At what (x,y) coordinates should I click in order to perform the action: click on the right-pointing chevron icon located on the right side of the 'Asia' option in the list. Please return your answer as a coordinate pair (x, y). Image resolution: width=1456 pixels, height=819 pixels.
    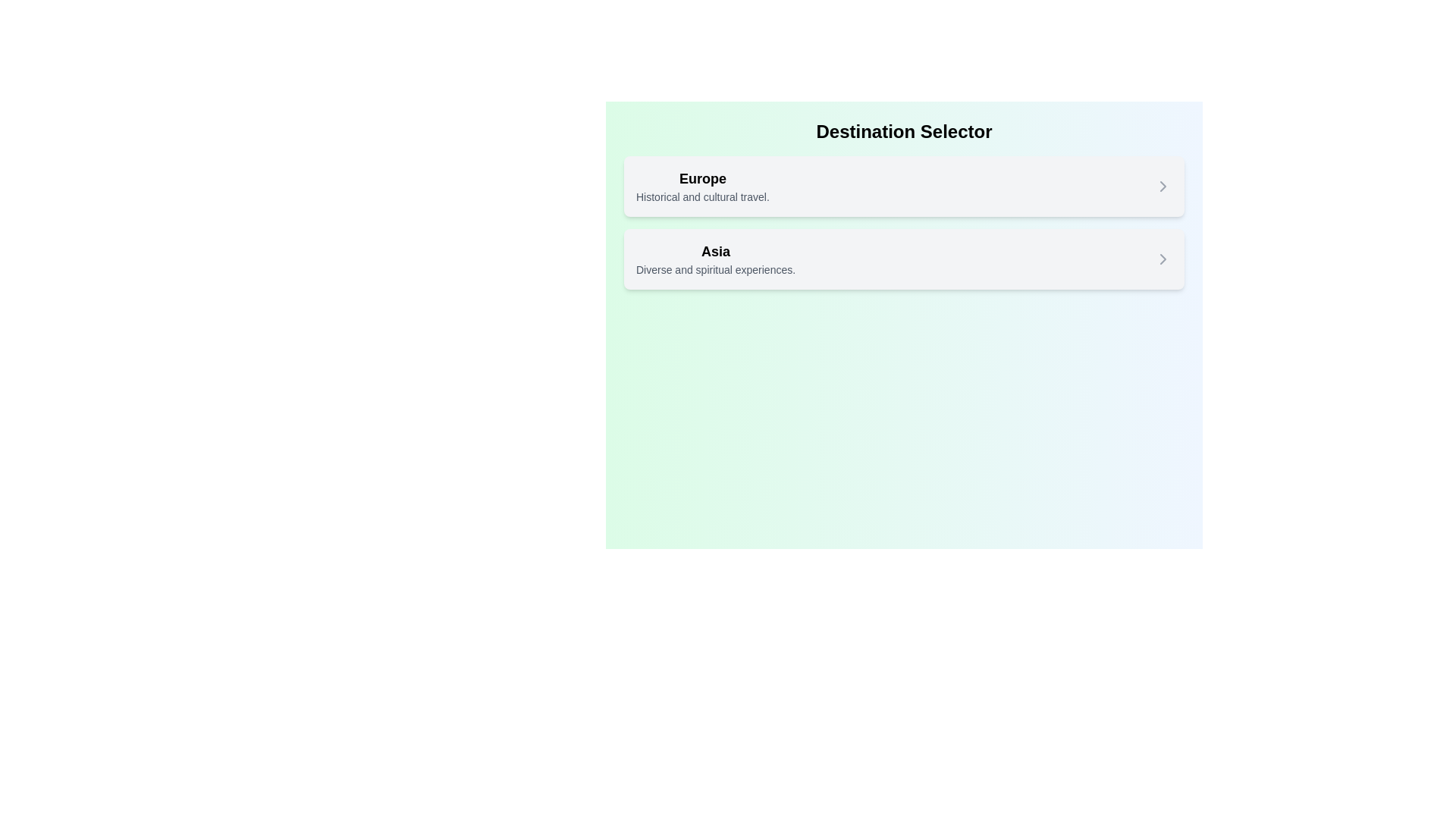
    Looking at the image, I should click on (1163, 259).